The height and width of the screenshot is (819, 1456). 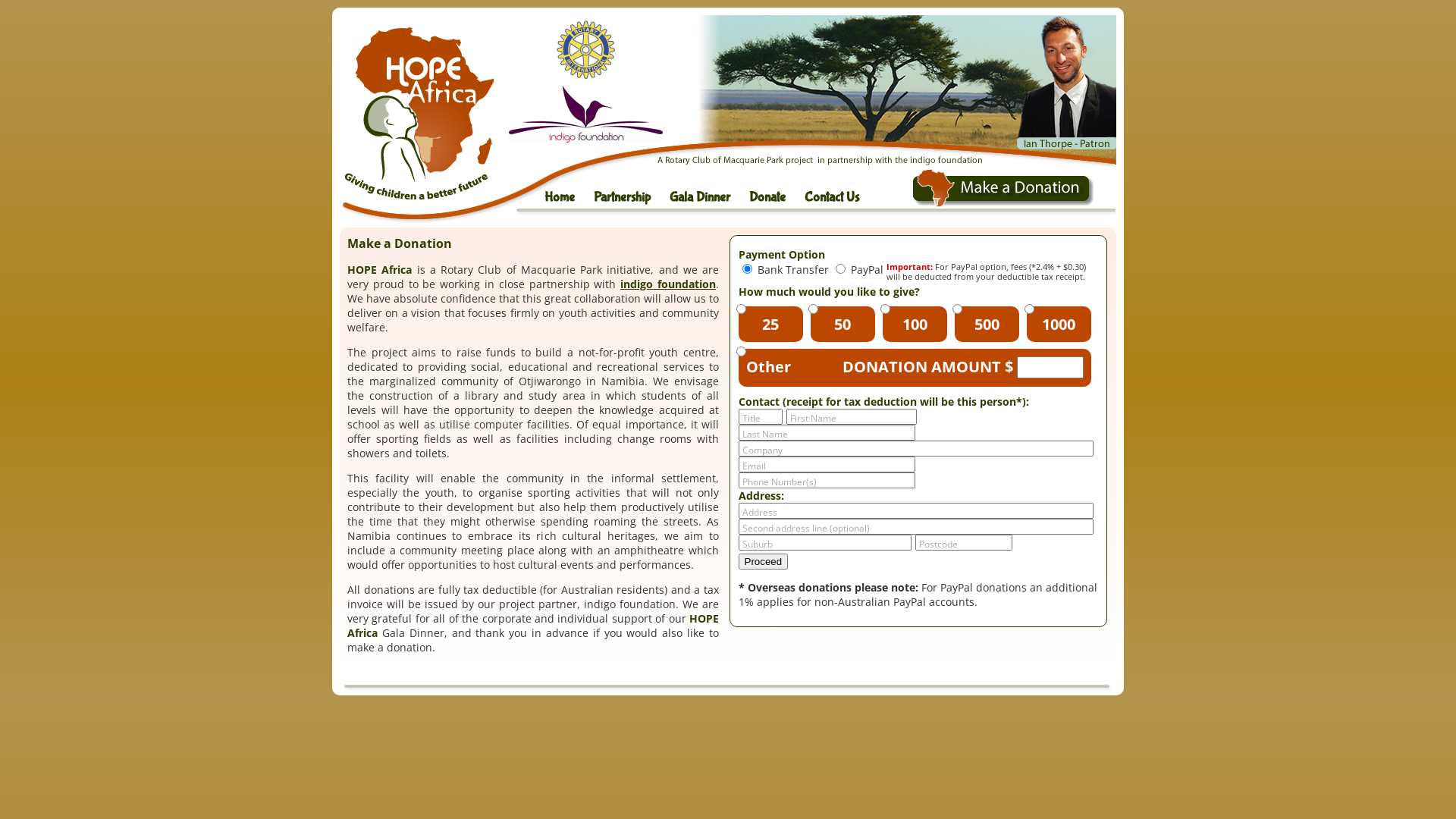 I want to click on 'Home', so click(x=568, y=193).